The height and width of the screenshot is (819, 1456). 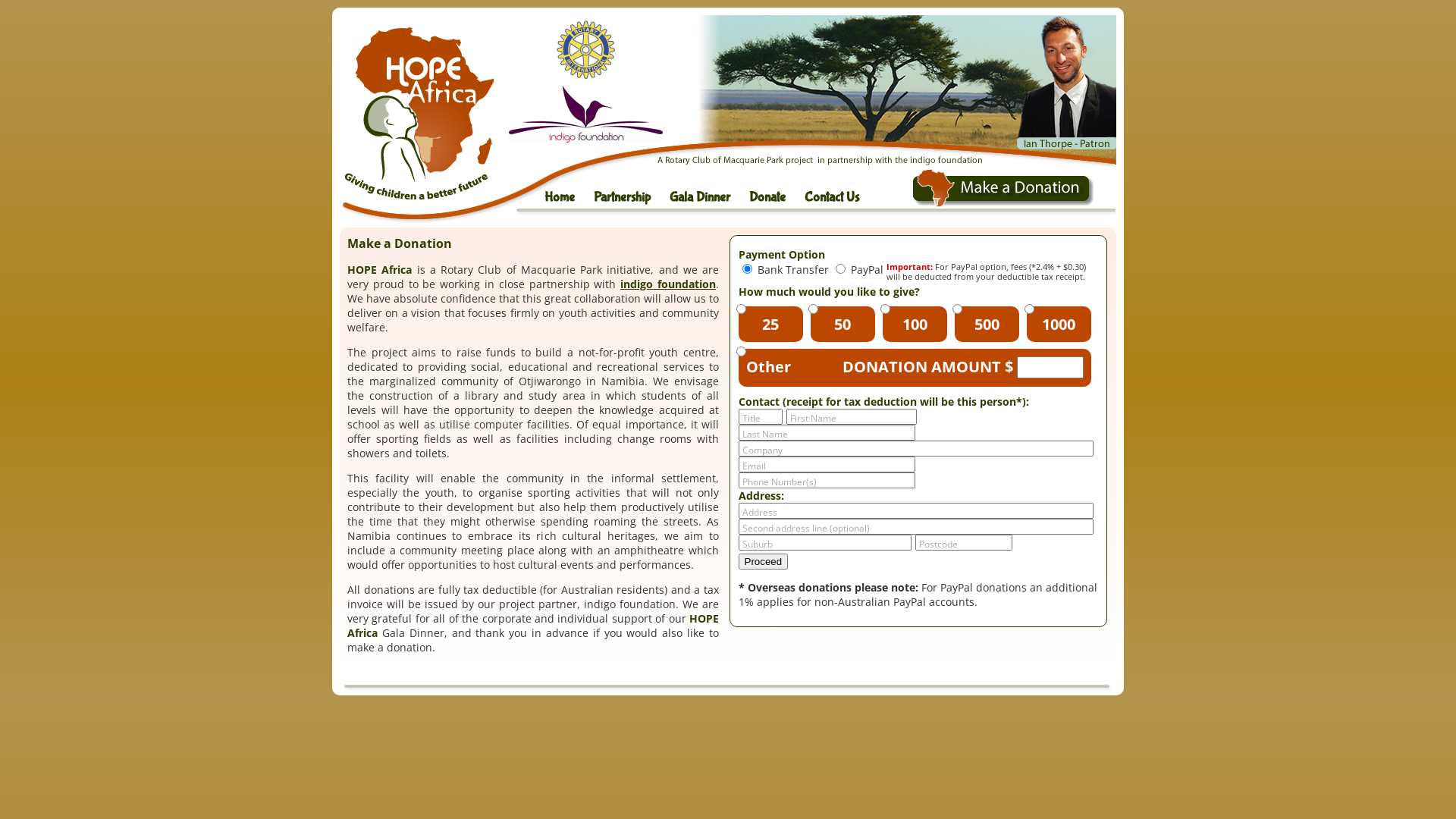 I want to click on 'Home', so click(x=568, y=193).